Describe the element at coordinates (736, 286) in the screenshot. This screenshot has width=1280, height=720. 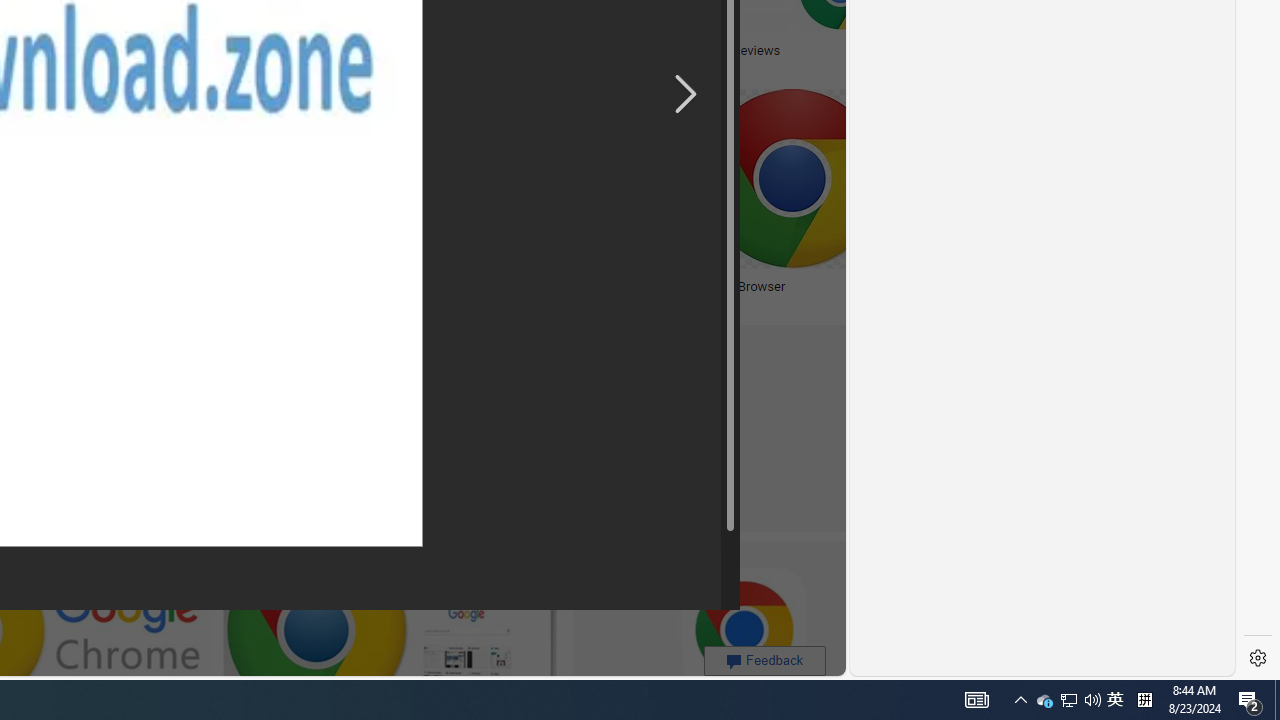
I see `'Chrome Browser'` at that location.